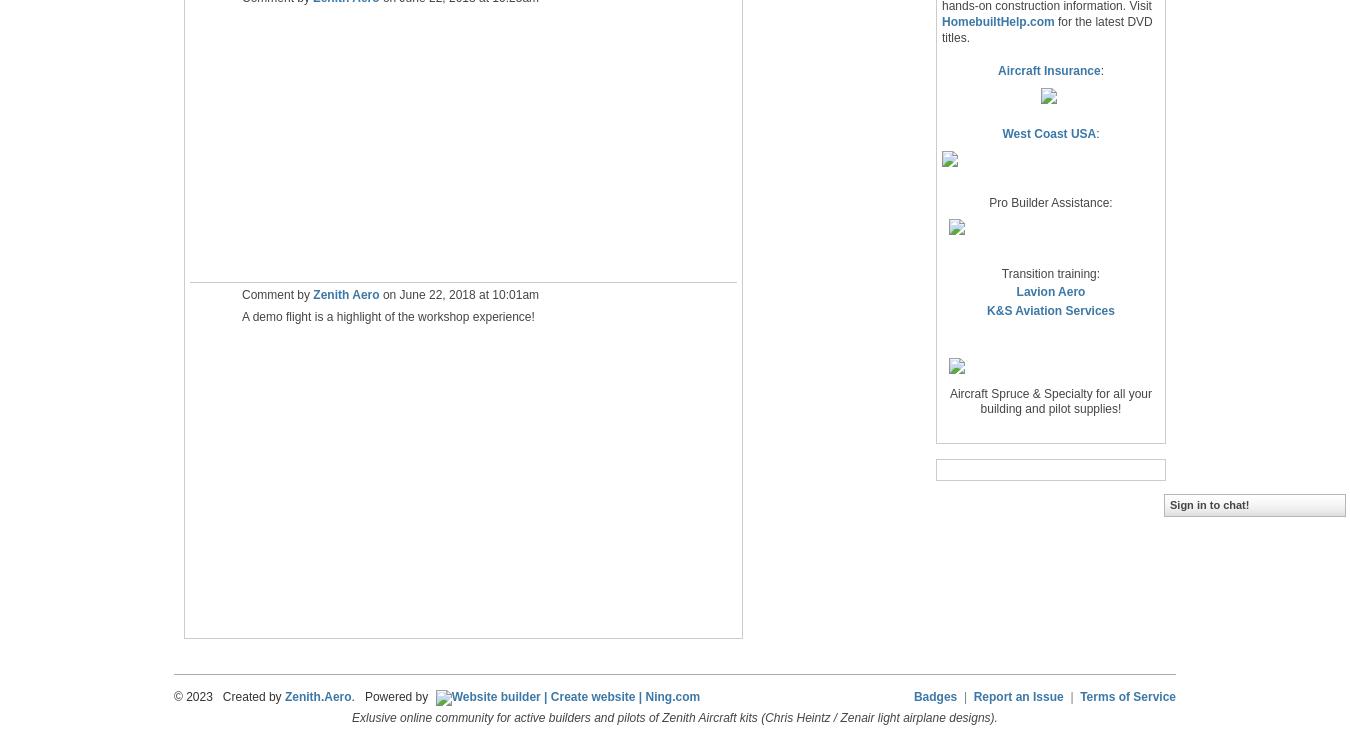 The width and height of the screenshot is (1350, 742). I want to click on 'West Coast USA', so click(1048, 134).